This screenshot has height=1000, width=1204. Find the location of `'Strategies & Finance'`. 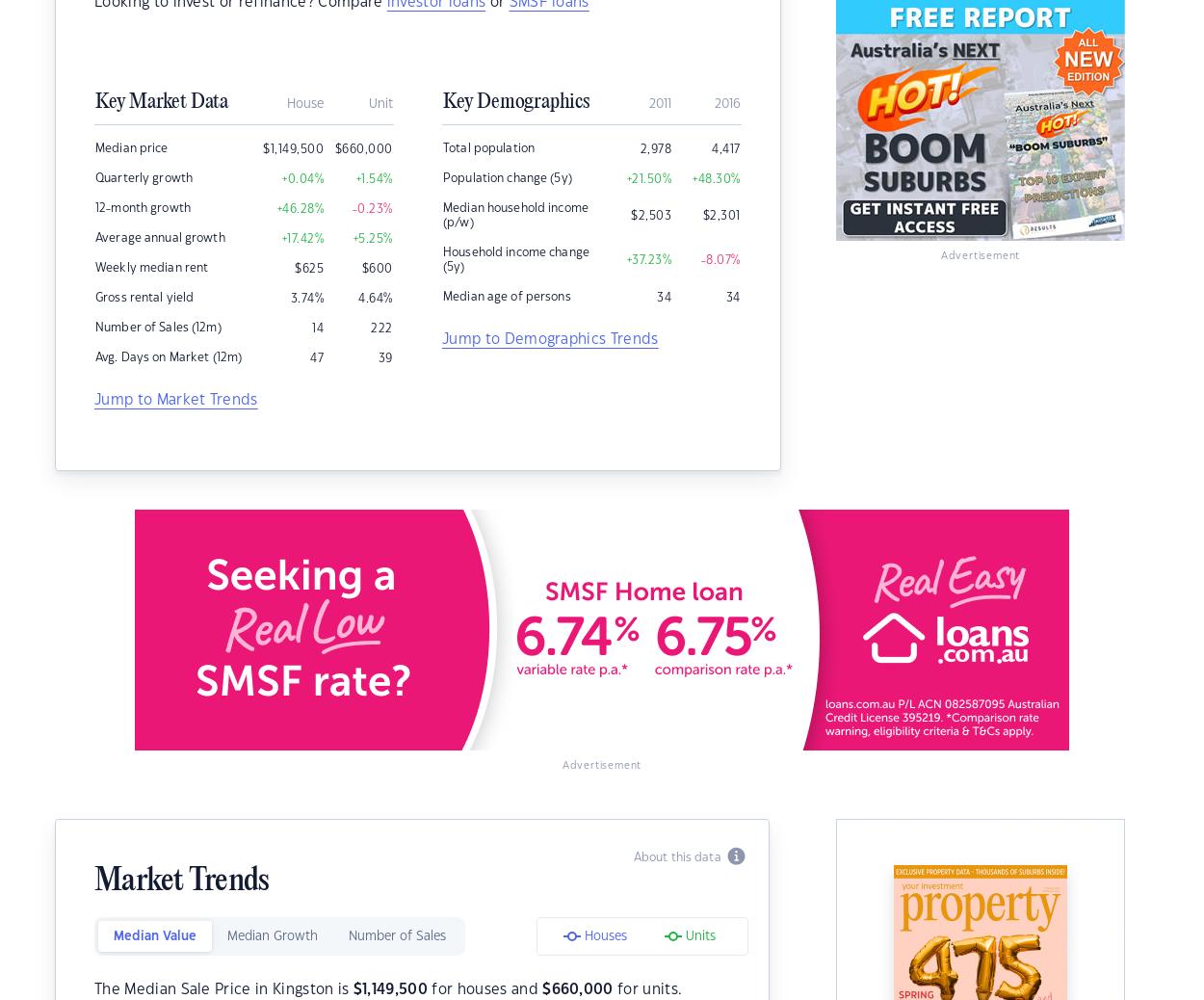

'Strategies & Finance' is located at coordinates (423, 171).